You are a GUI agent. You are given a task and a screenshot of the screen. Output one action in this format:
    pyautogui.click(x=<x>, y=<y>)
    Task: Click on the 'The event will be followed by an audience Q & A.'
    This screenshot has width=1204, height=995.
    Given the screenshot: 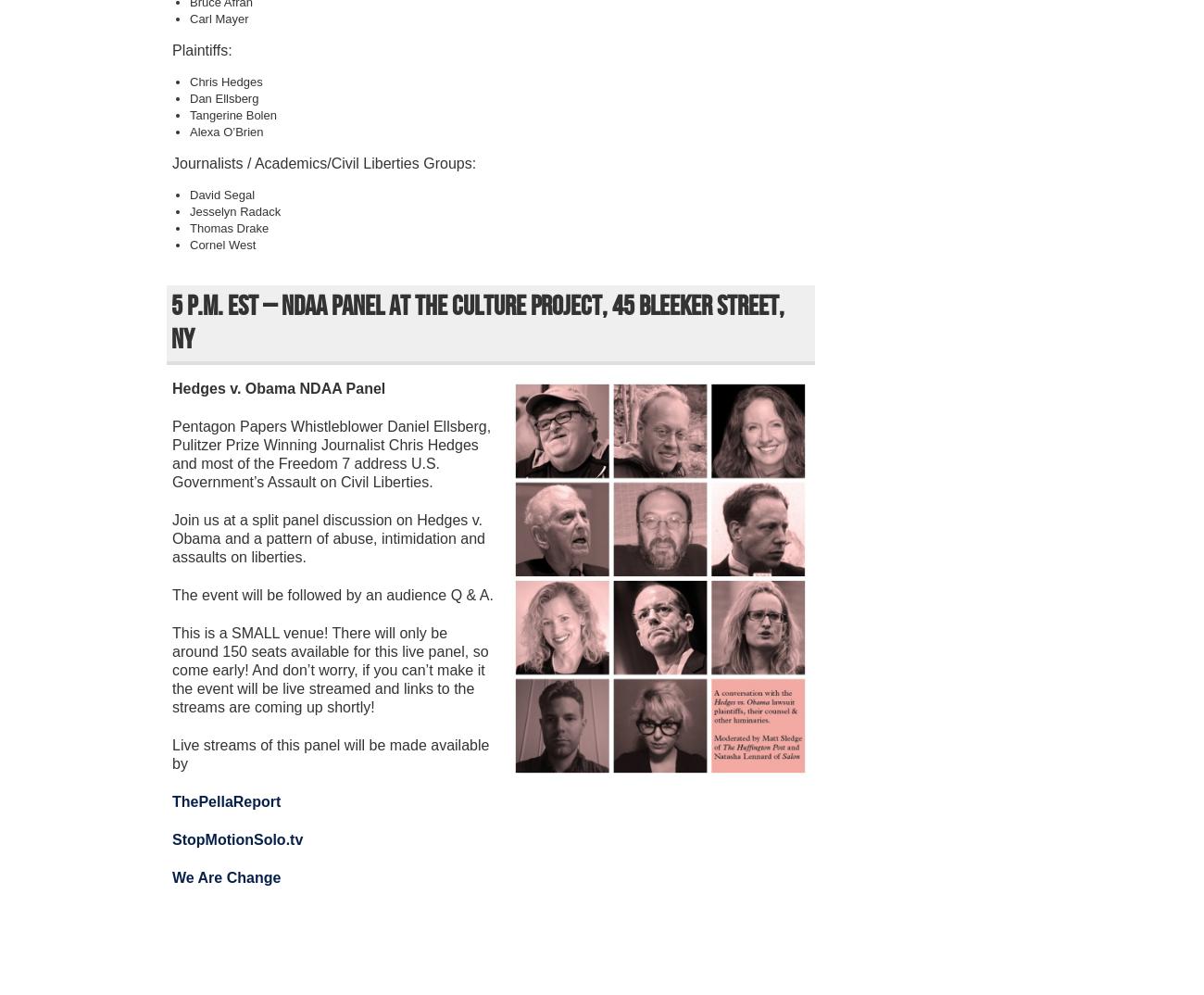 What is the action you would take?
    pyautogui.click(x=332, y=595)
    